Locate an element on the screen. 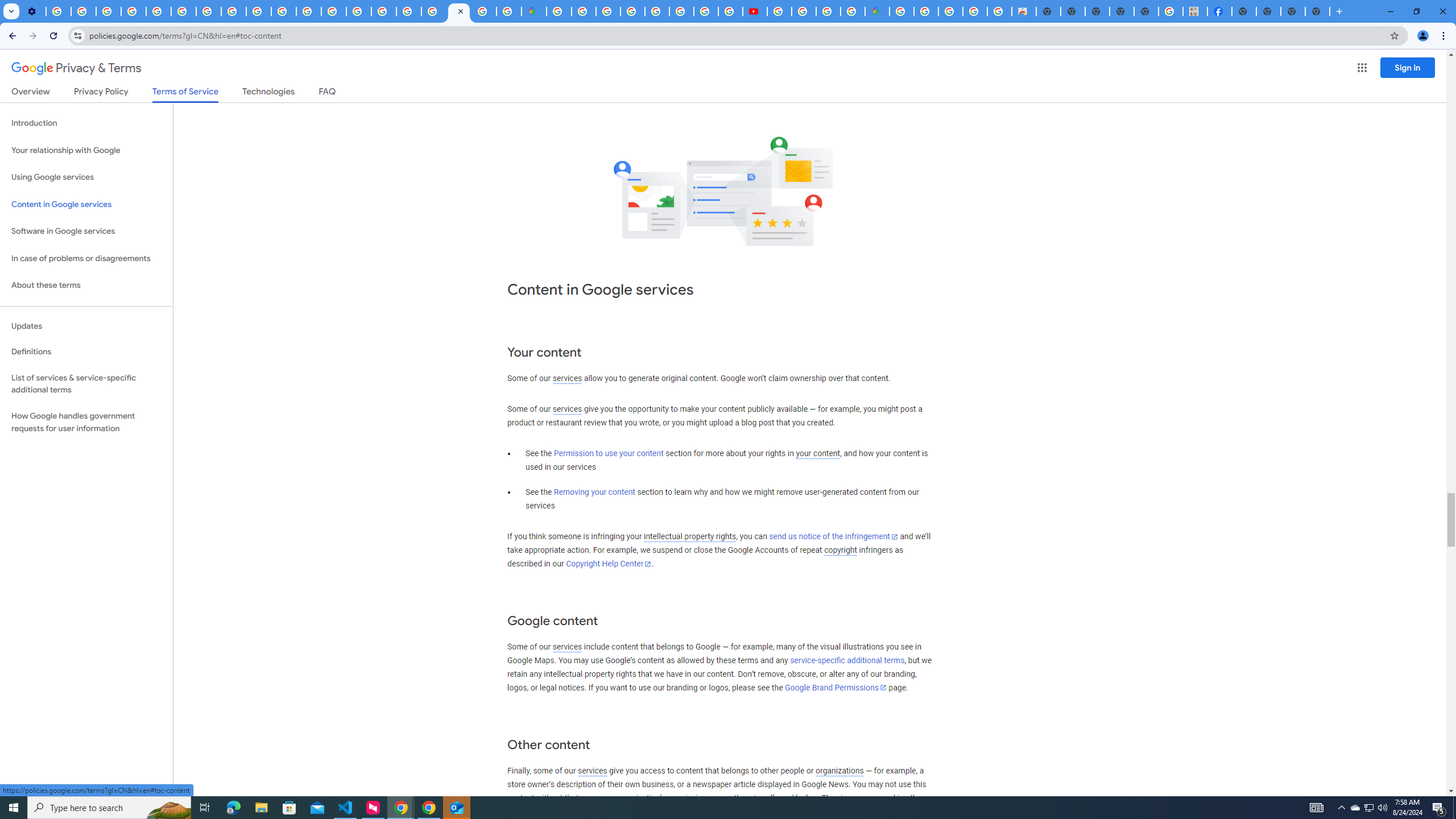 The width and height of the screenshot is (1456, 819). 'Google Brand Permissions' is located at coordinates (835, 686).